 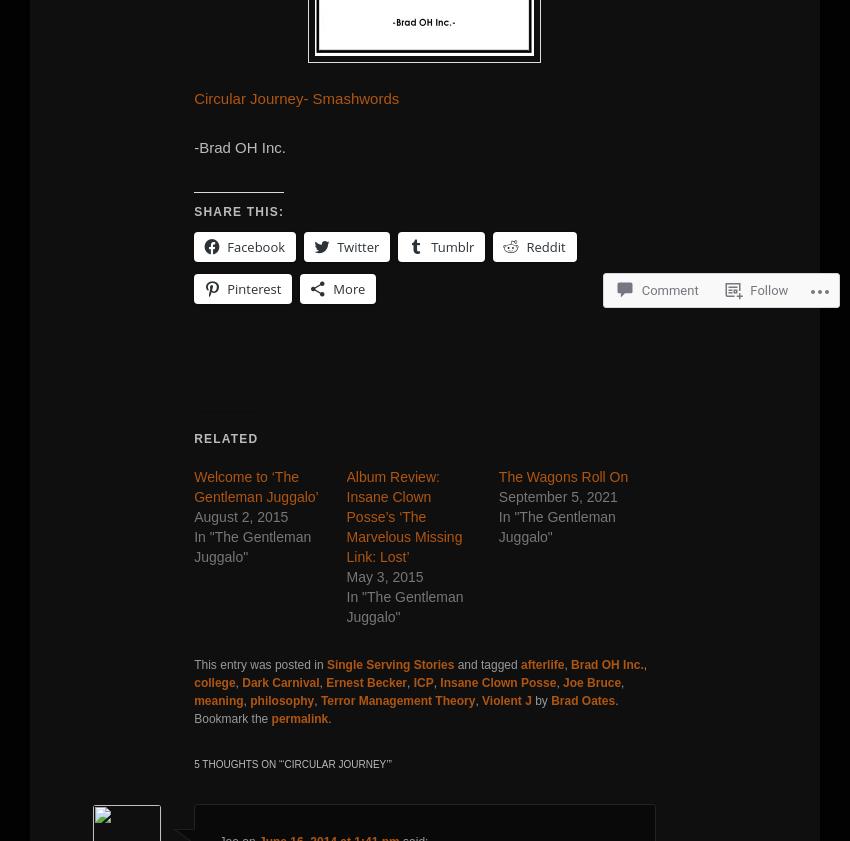 I want to click on 'college', so click(x=214, y=681).